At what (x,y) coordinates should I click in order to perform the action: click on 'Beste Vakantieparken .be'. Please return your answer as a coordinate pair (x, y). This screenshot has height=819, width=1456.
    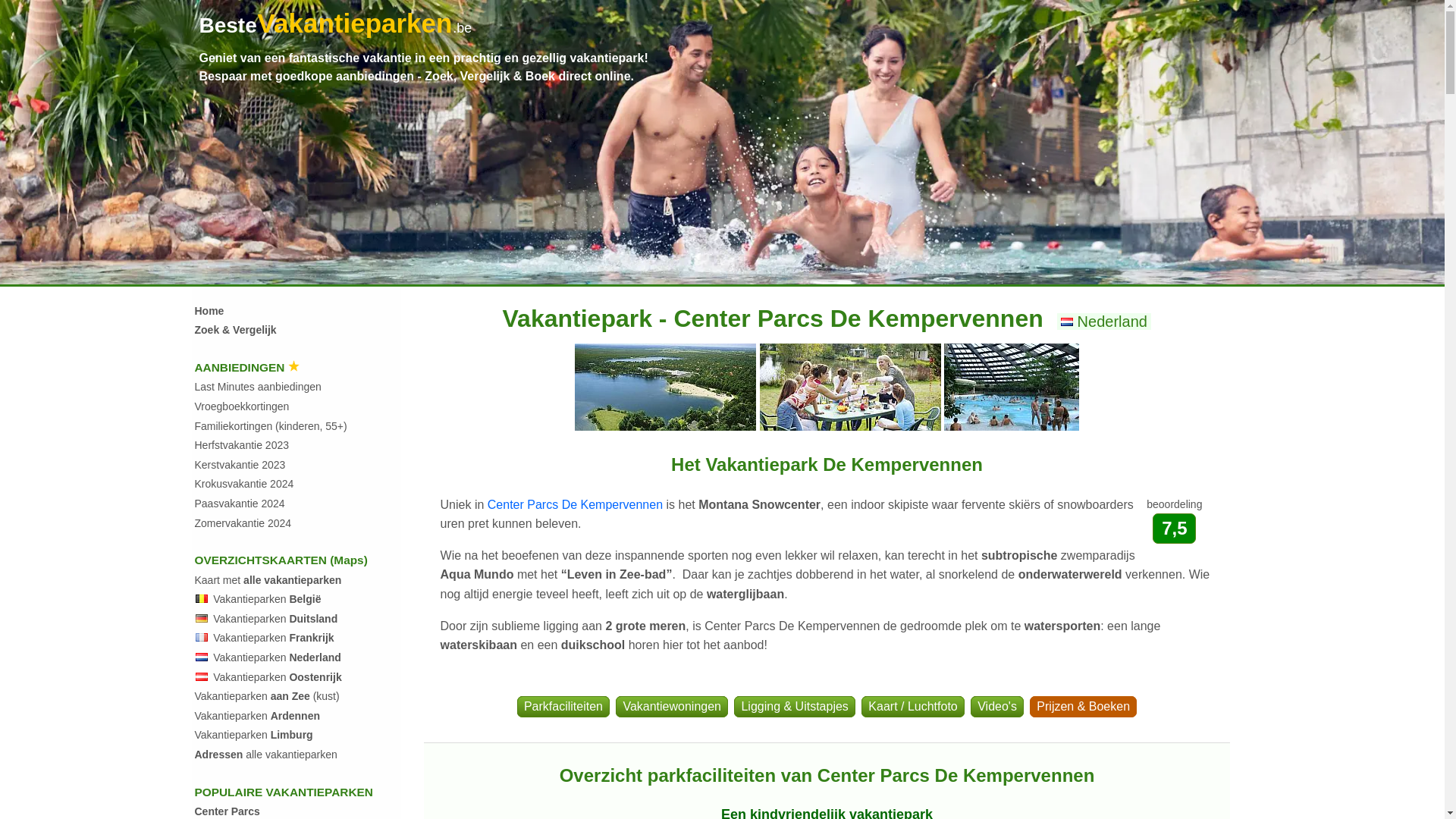
    Looking at the image, I should click on (334, 32).